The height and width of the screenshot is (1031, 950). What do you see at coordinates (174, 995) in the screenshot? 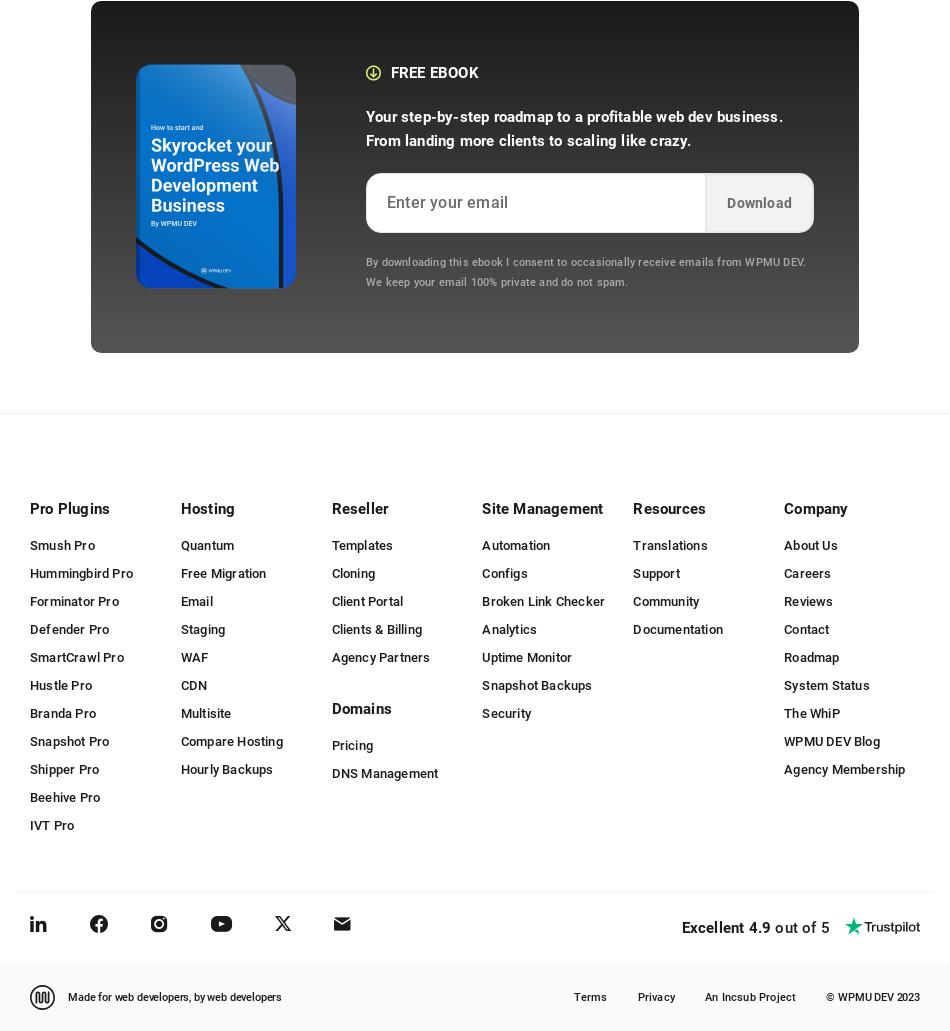
I see `'Made for web developers, by web developers'` at bounding box center [174, 995].